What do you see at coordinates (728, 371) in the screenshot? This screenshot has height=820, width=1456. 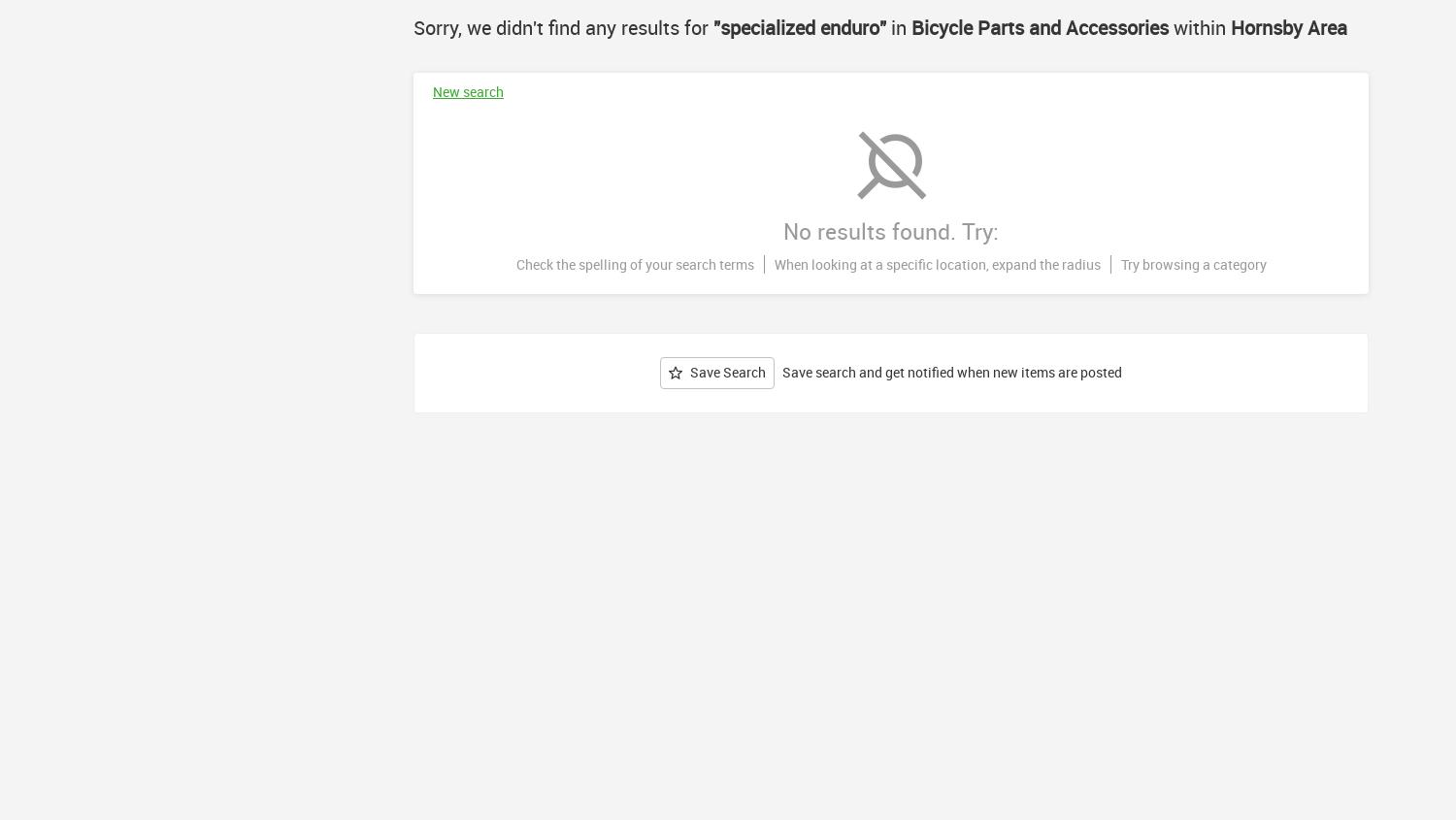 I see `'Save Search'` at bounding box center [728, 371].